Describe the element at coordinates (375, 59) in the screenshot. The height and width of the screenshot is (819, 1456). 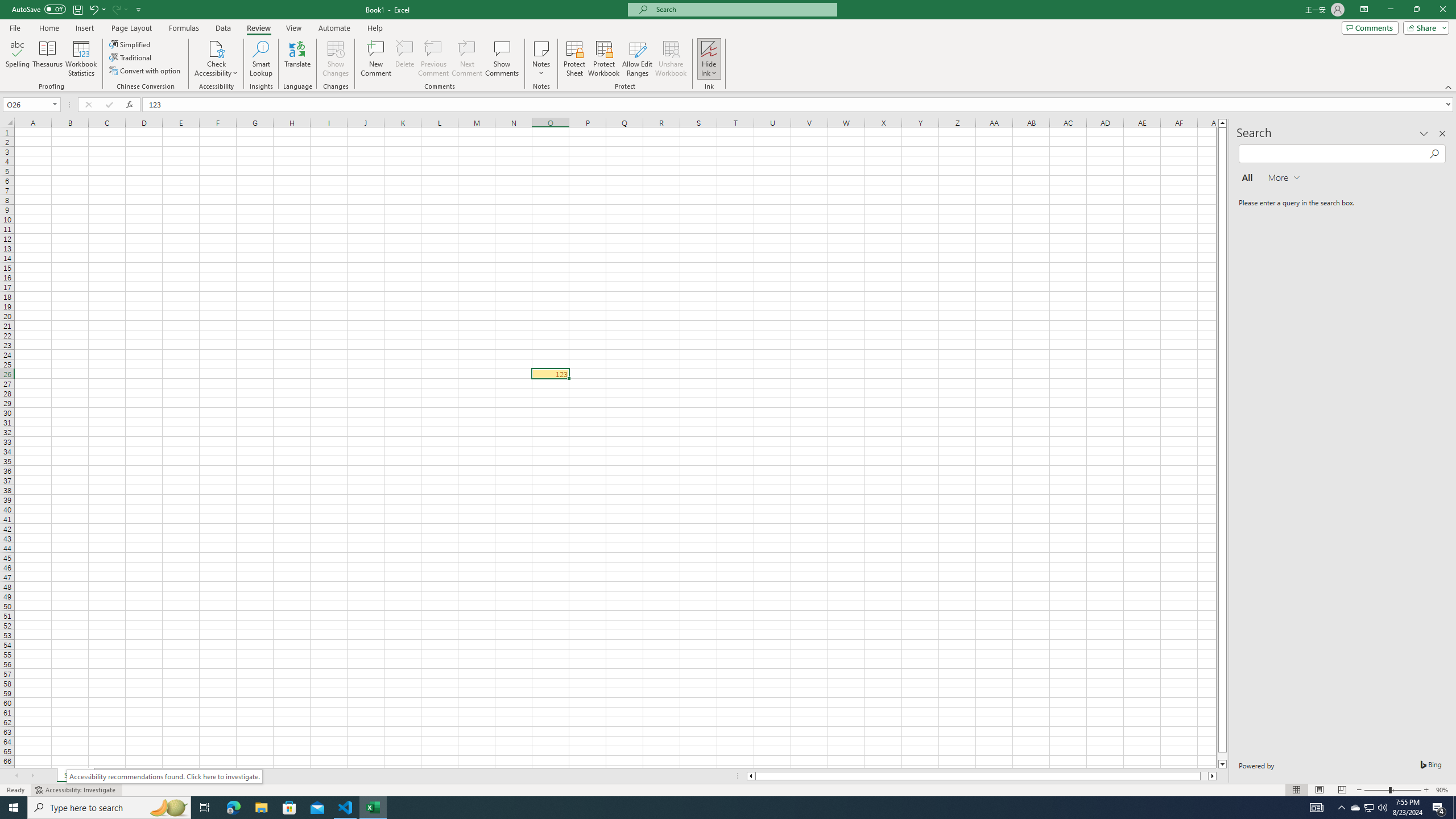
I see `'New Comment'` at that location.